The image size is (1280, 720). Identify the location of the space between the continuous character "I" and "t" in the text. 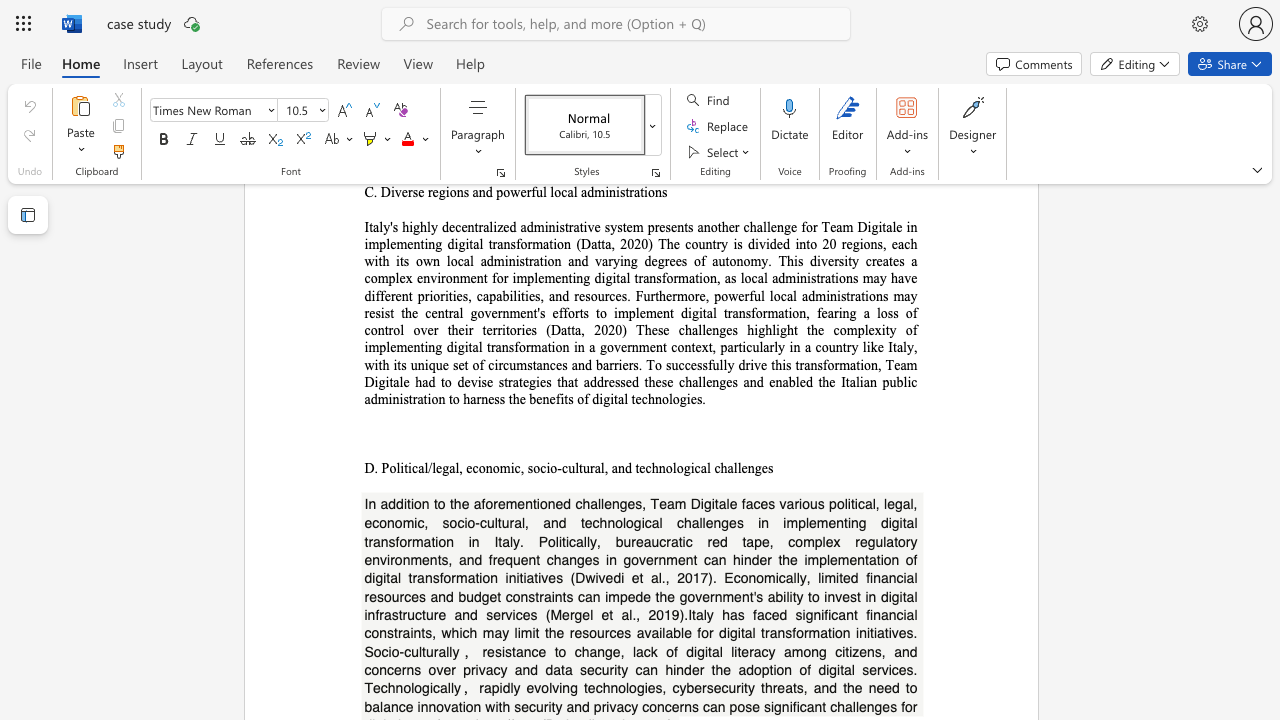
(498, 541).